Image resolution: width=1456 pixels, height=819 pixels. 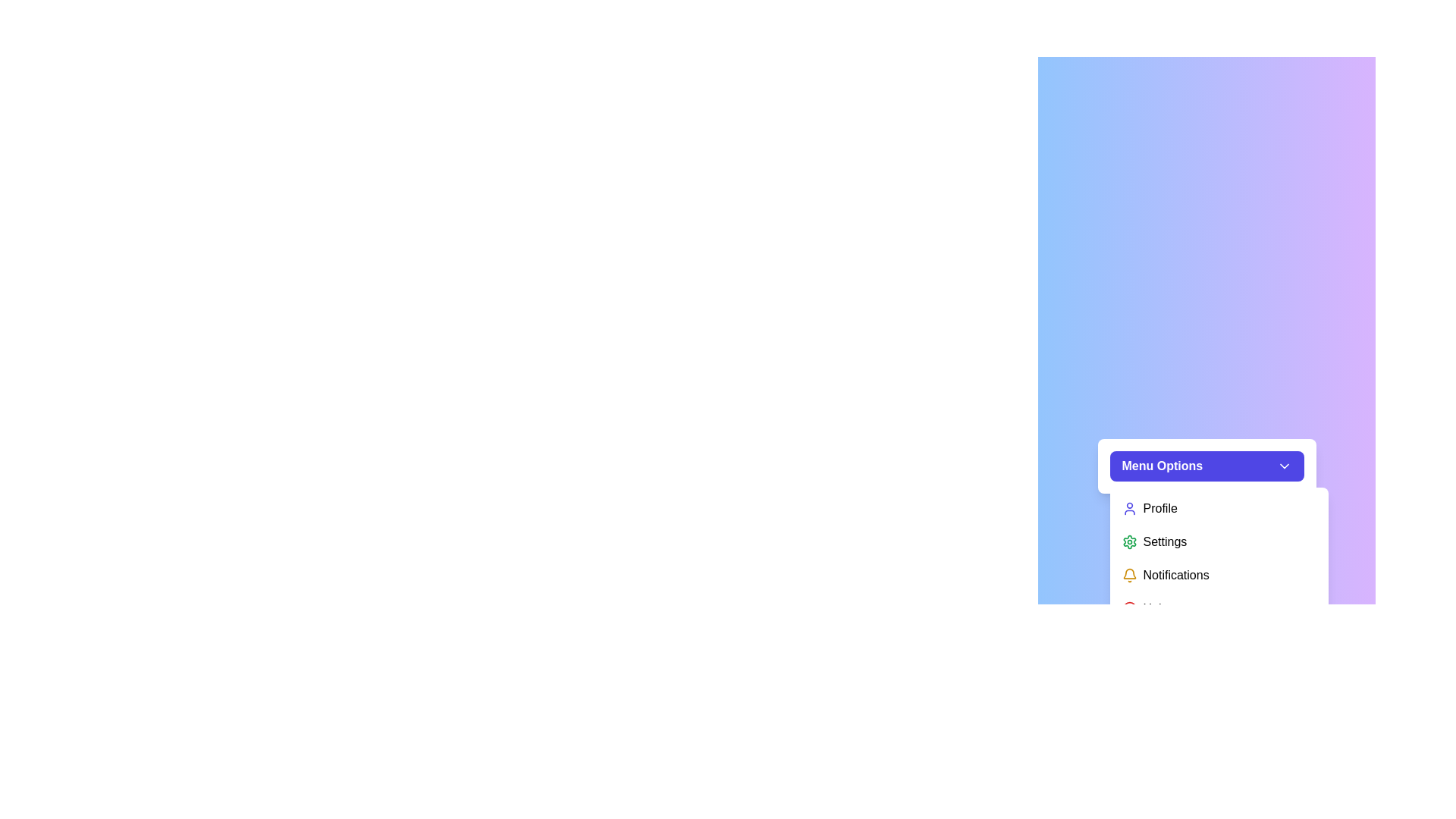 I want to click on the 'Notifications' menu item, which is the third item in the vertical list of menu options, so click(x=1219, y=558).